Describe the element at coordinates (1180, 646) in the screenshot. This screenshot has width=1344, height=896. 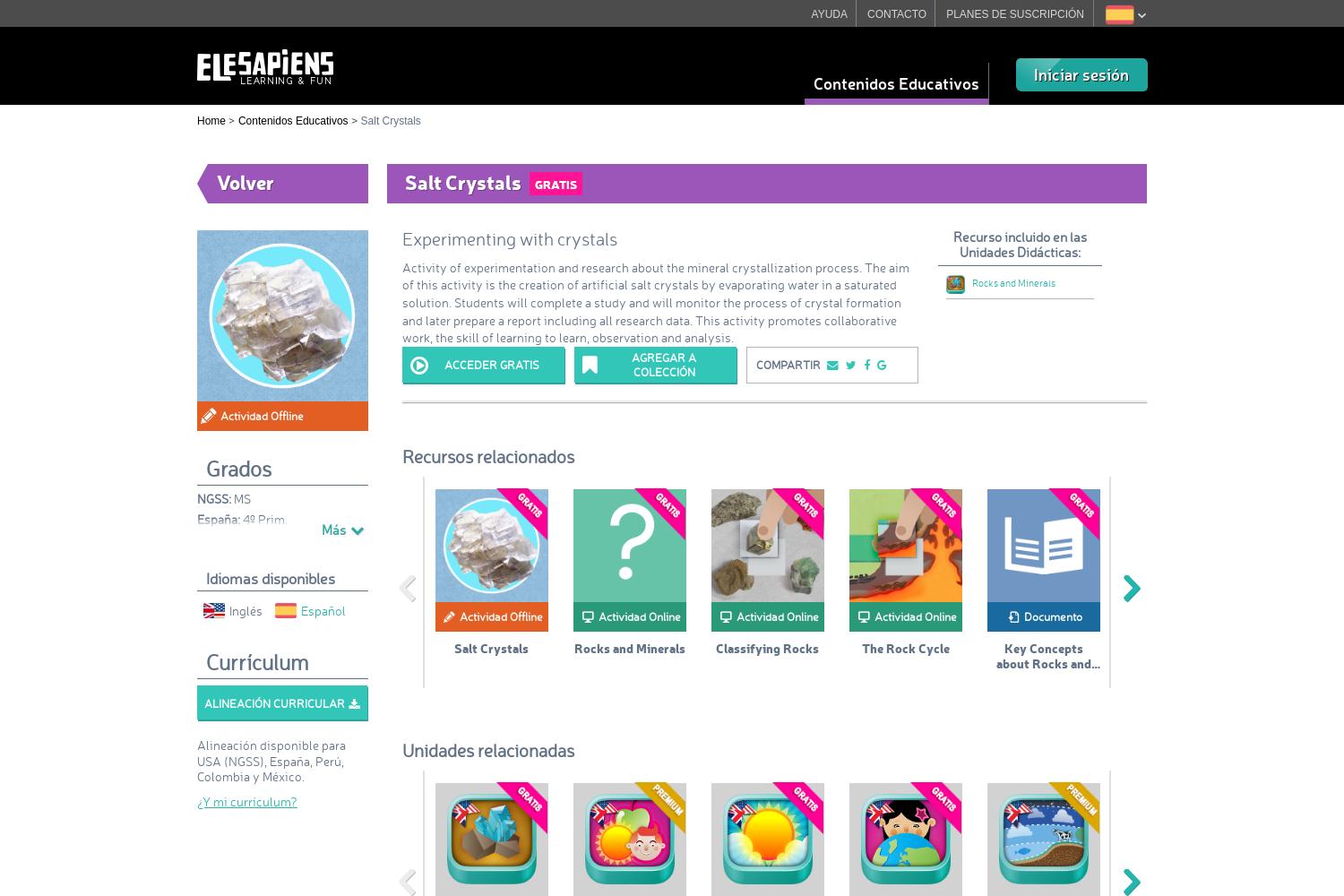
I see `'A Rocky Planet'` at that location.